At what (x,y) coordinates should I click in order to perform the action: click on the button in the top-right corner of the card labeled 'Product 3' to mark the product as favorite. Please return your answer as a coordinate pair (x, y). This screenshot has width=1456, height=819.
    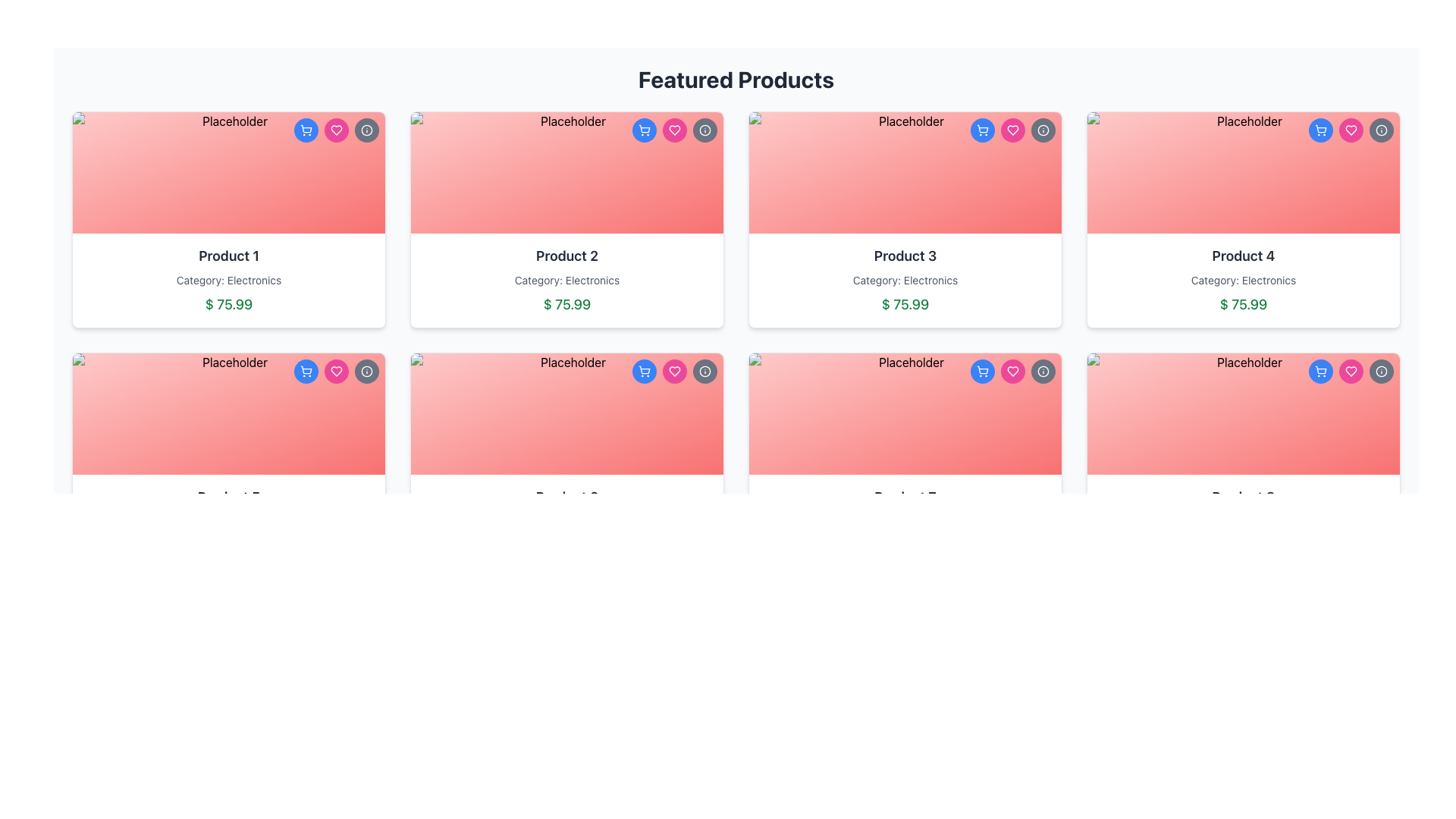
    Looking at the image, I should click on (1012, 130).